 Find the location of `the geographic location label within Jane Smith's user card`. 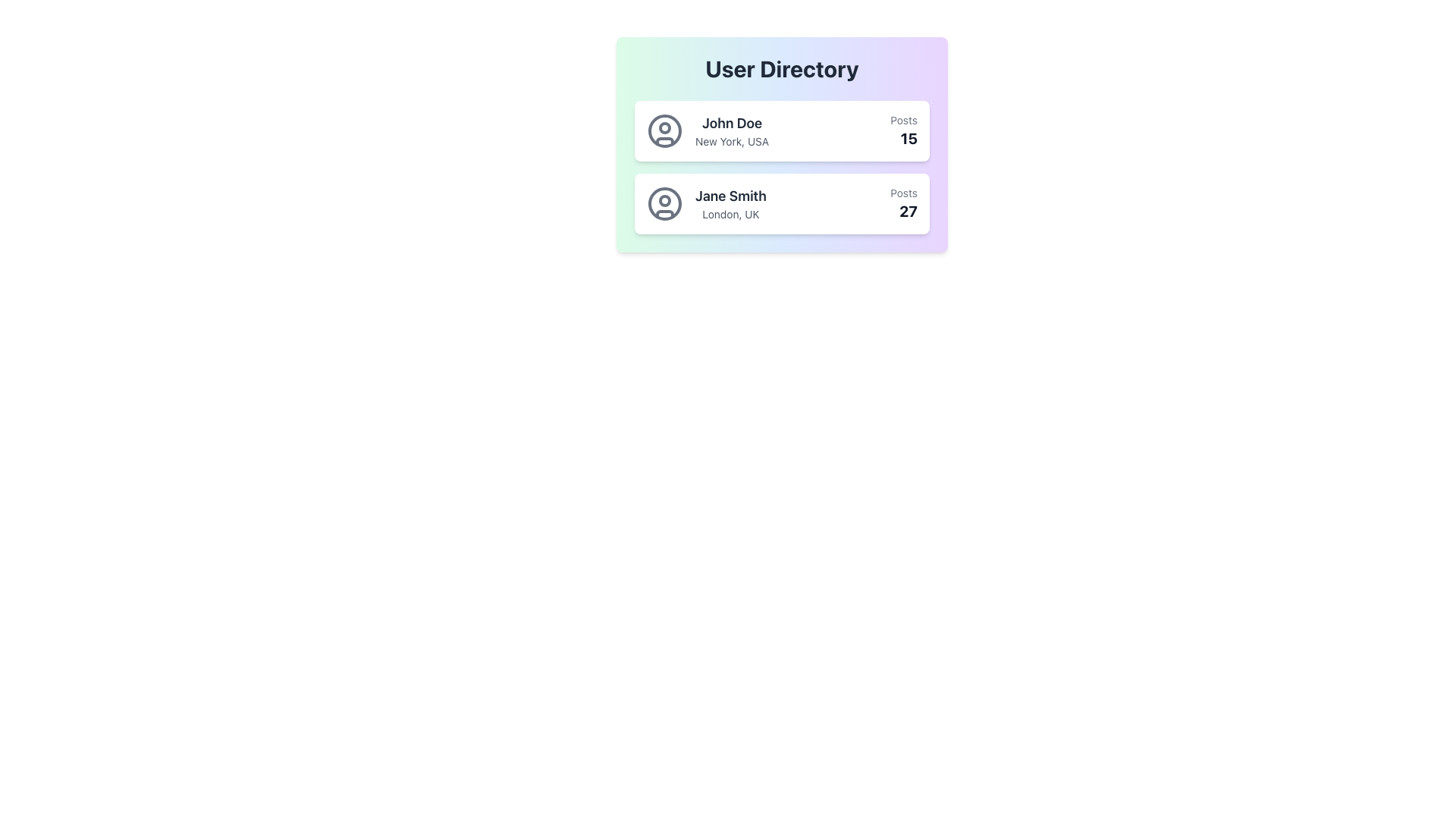

the geographic location label within Jane Smith's user card is located at coordinates (731, 214).